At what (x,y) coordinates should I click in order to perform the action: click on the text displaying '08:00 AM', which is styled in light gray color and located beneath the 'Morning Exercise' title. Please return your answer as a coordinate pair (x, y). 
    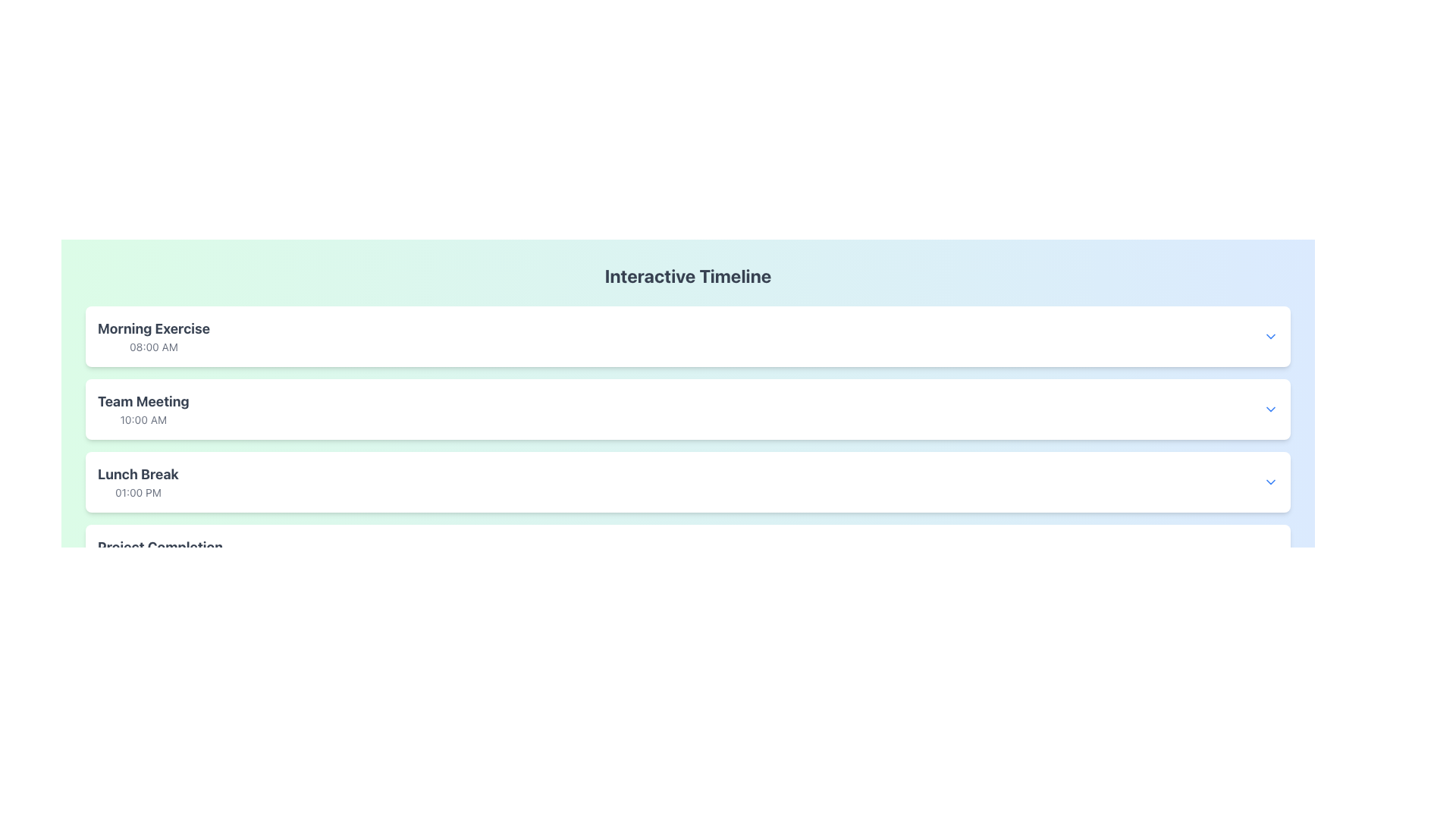
    Looking at the image, I should click on (153, 347).